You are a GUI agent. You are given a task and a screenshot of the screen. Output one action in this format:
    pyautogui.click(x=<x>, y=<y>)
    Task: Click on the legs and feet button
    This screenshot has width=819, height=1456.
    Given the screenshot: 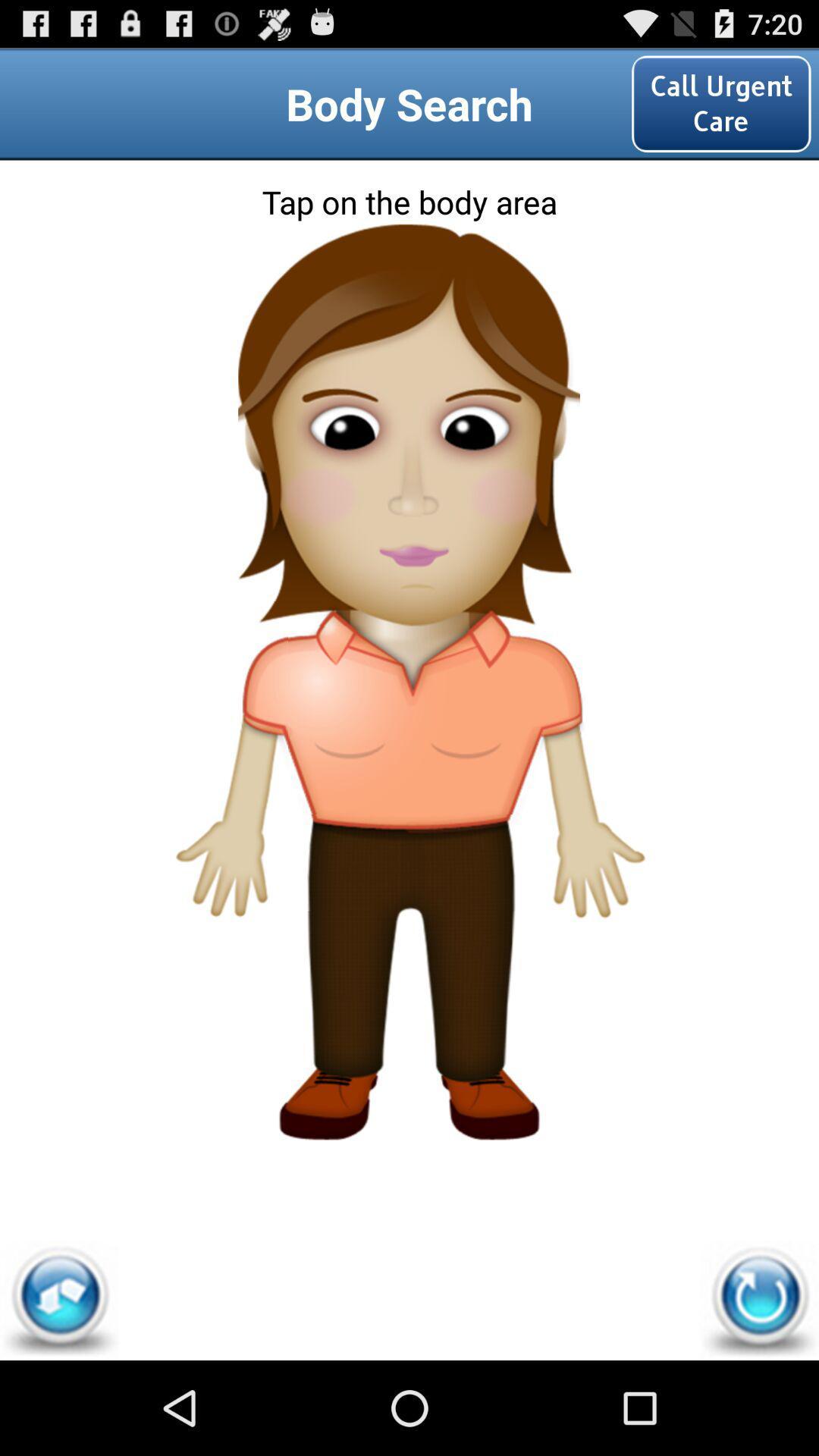 What is the action you would take?
    pyautogui.click(x=409, y=1026)
    